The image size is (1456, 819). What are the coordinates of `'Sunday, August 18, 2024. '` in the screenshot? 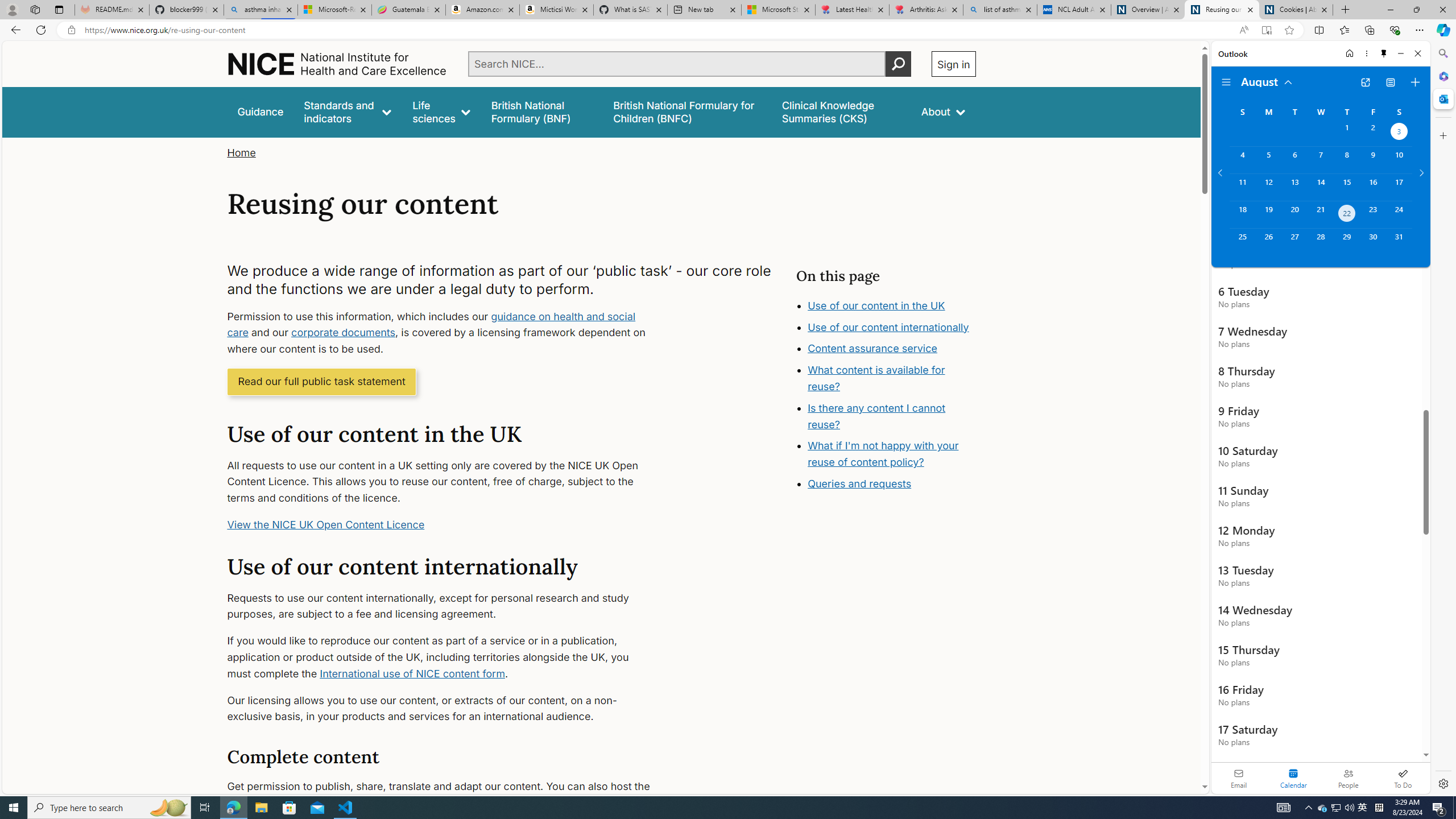 It's located at (1242, 214).